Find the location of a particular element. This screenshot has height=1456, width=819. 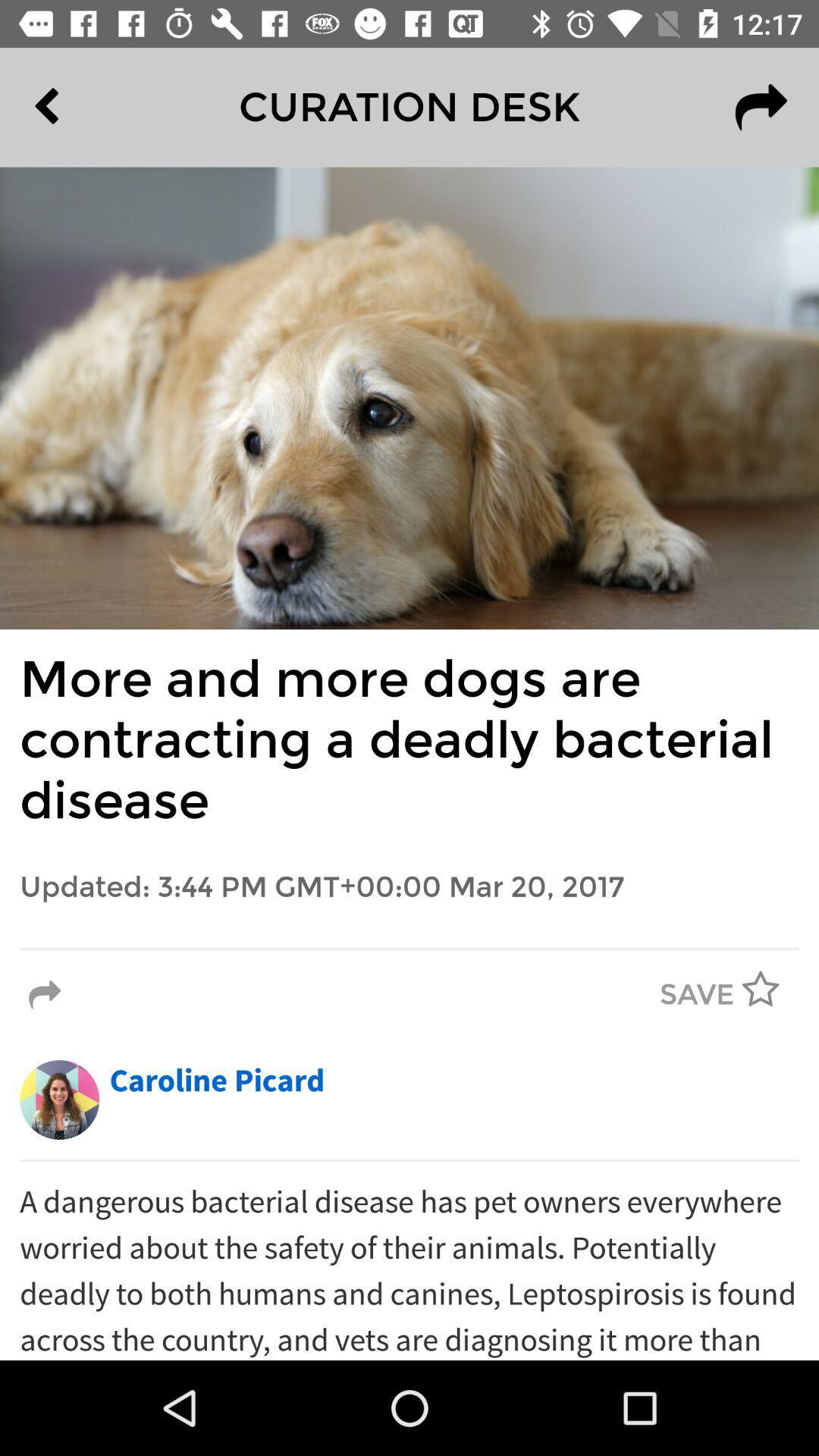

the redo icon is located at coordinates (761, 106).